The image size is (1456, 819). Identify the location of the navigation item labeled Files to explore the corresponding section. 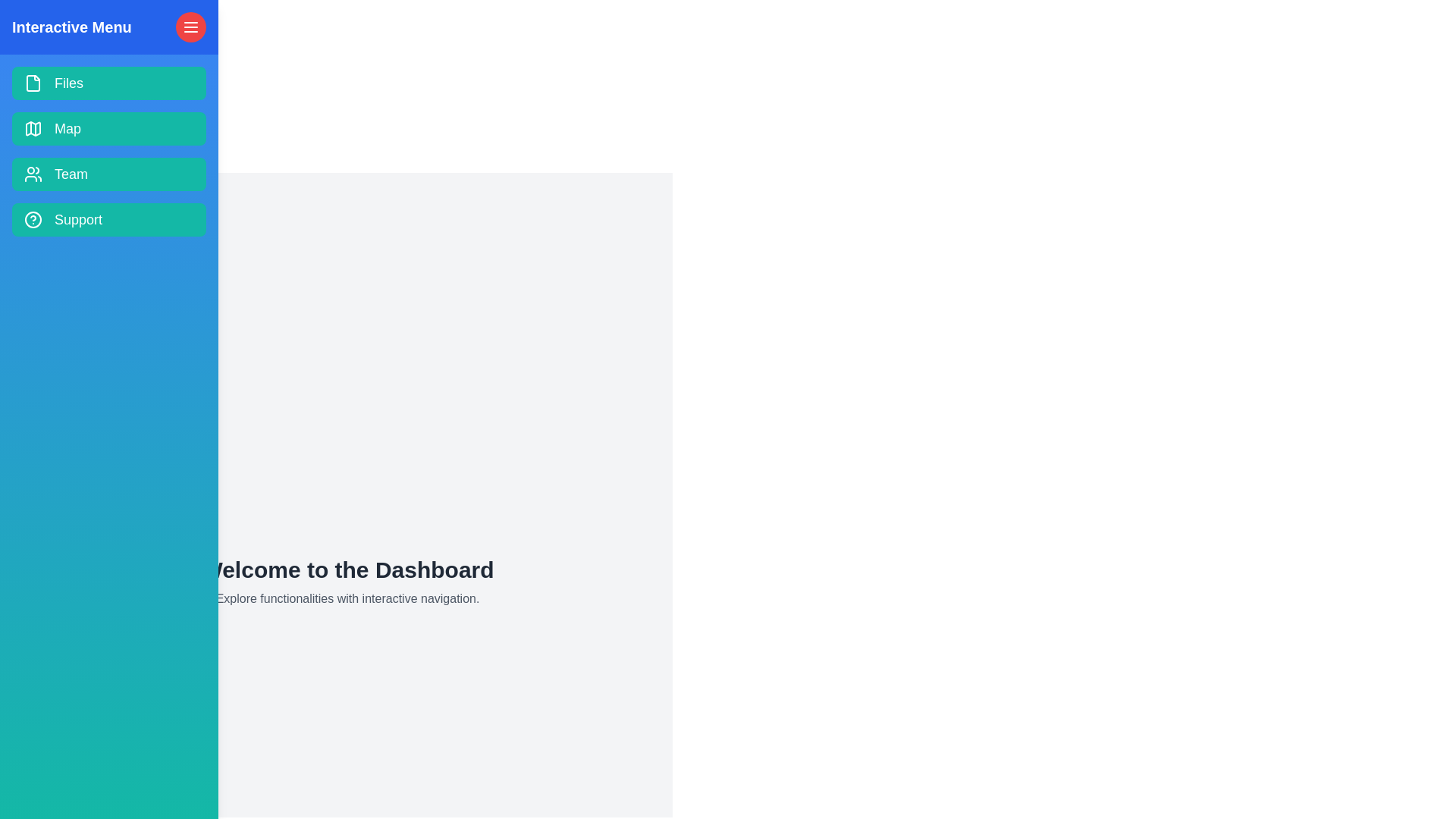
(108, 83).